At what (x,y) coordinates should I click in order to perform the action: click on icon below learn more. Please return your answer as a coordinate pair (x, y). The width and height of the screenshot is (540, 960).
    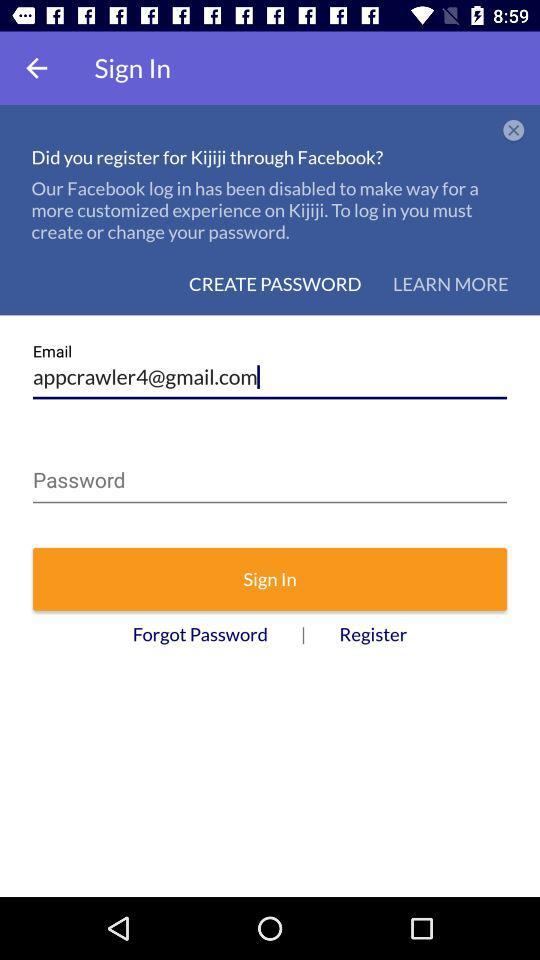
    Looking at the image, I should click on (270, 369).